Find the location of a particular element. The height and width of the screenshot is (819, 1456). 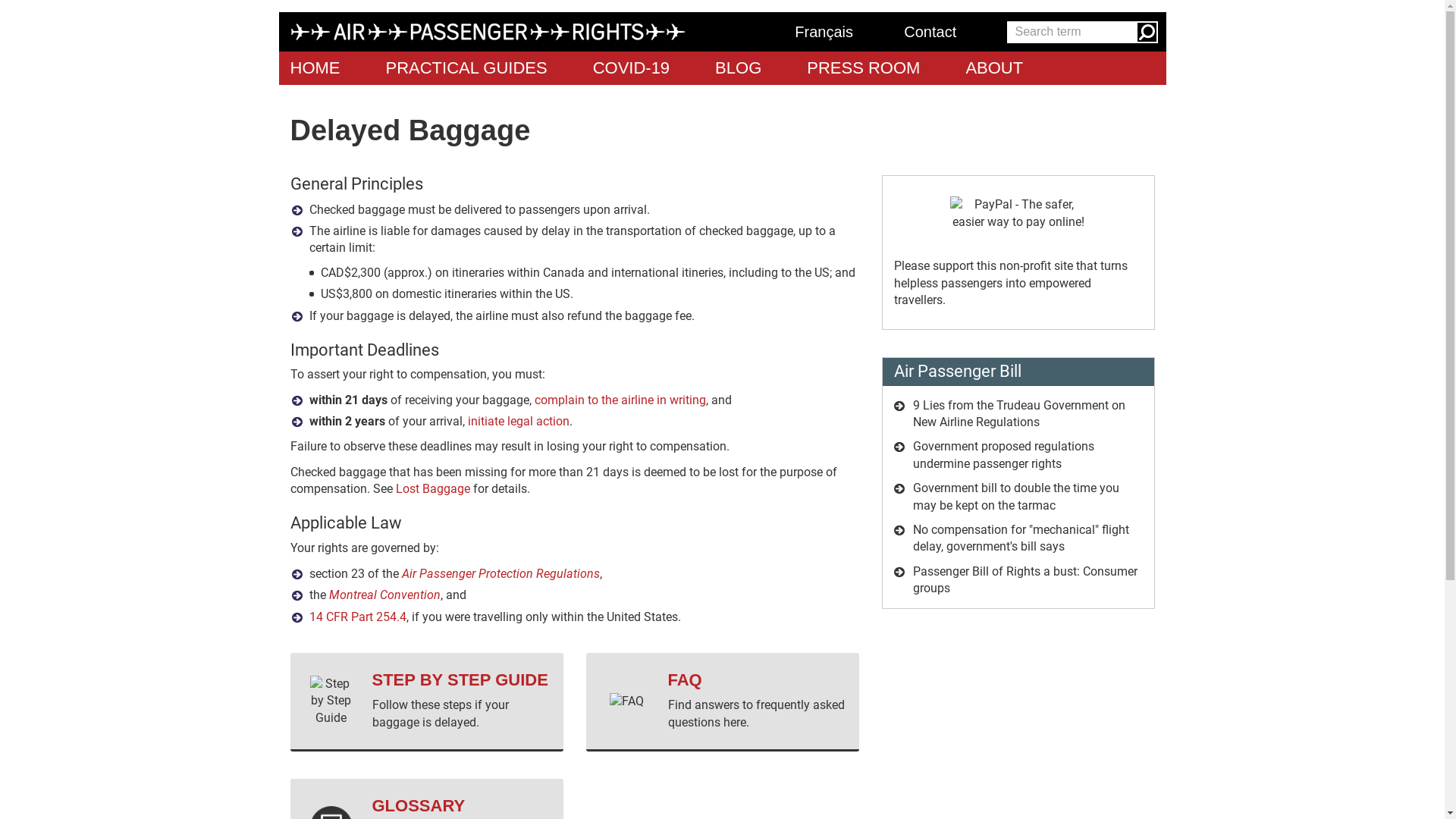

'Air Passenger Protection Regulations' is located at coordinates (500, 573).